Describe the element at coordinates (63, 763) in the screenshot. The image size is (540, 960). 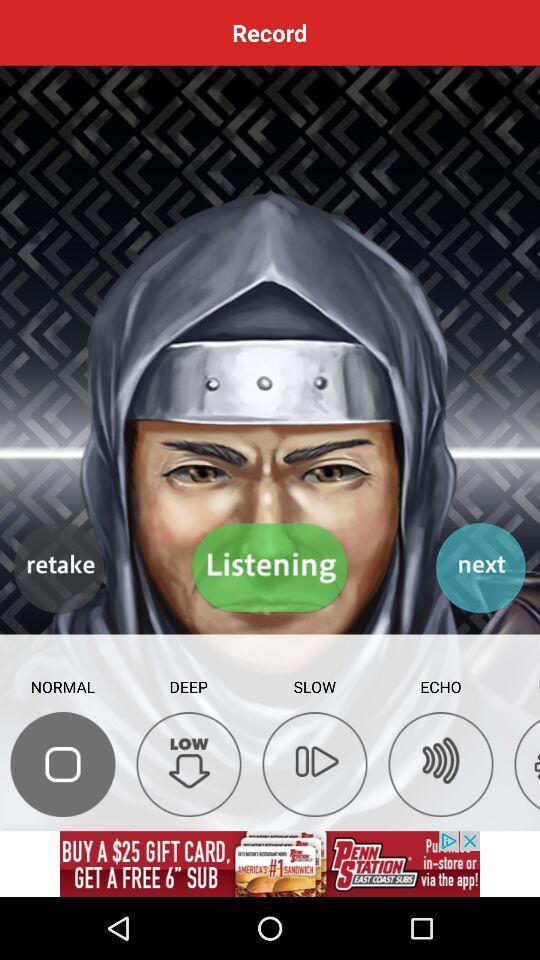
I see `voice option button` at that location.